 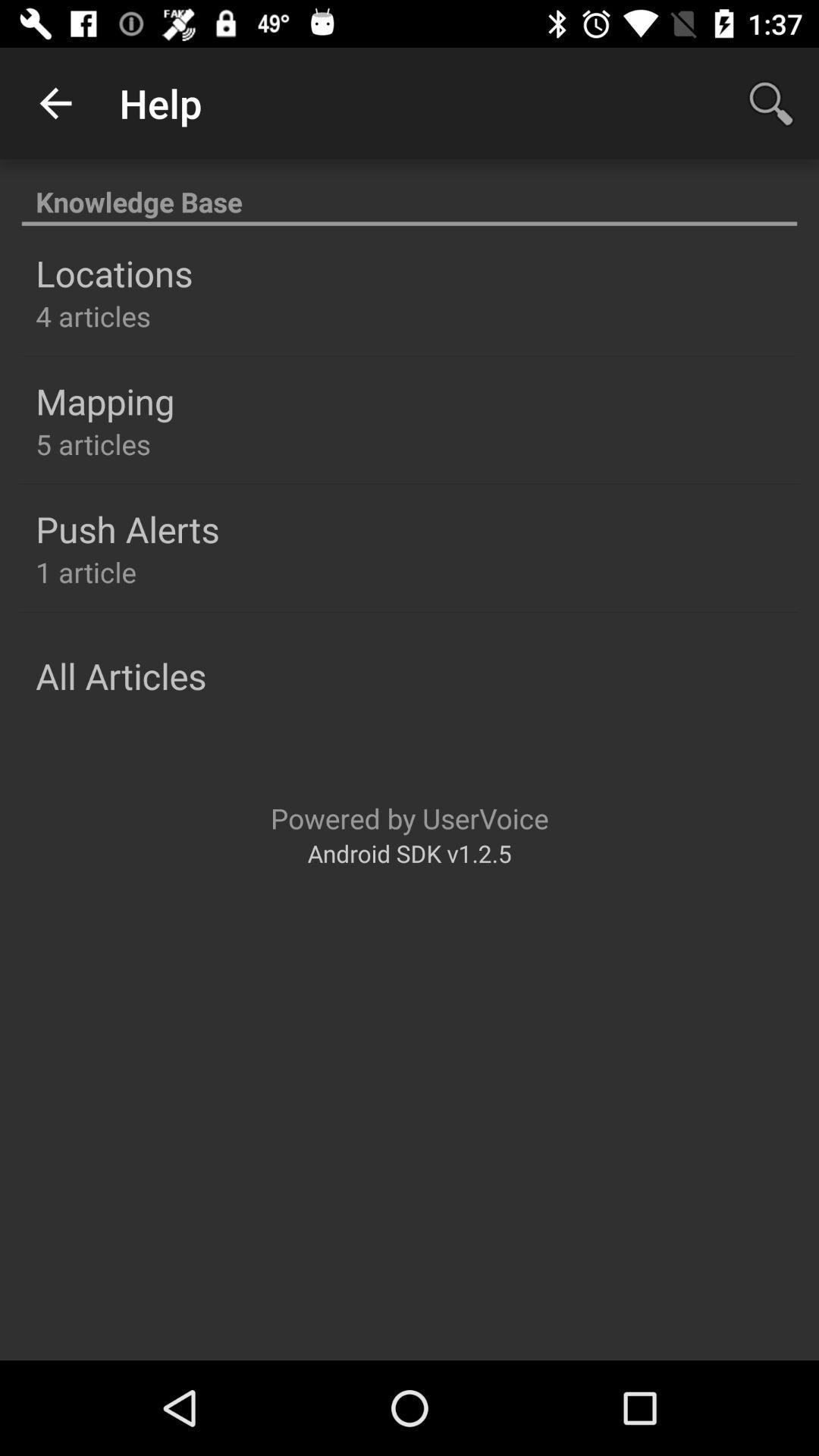 What do you see at coordinates (120, 675) in the screenshot?
I see `the all articles` at bounding box center [120, 675].